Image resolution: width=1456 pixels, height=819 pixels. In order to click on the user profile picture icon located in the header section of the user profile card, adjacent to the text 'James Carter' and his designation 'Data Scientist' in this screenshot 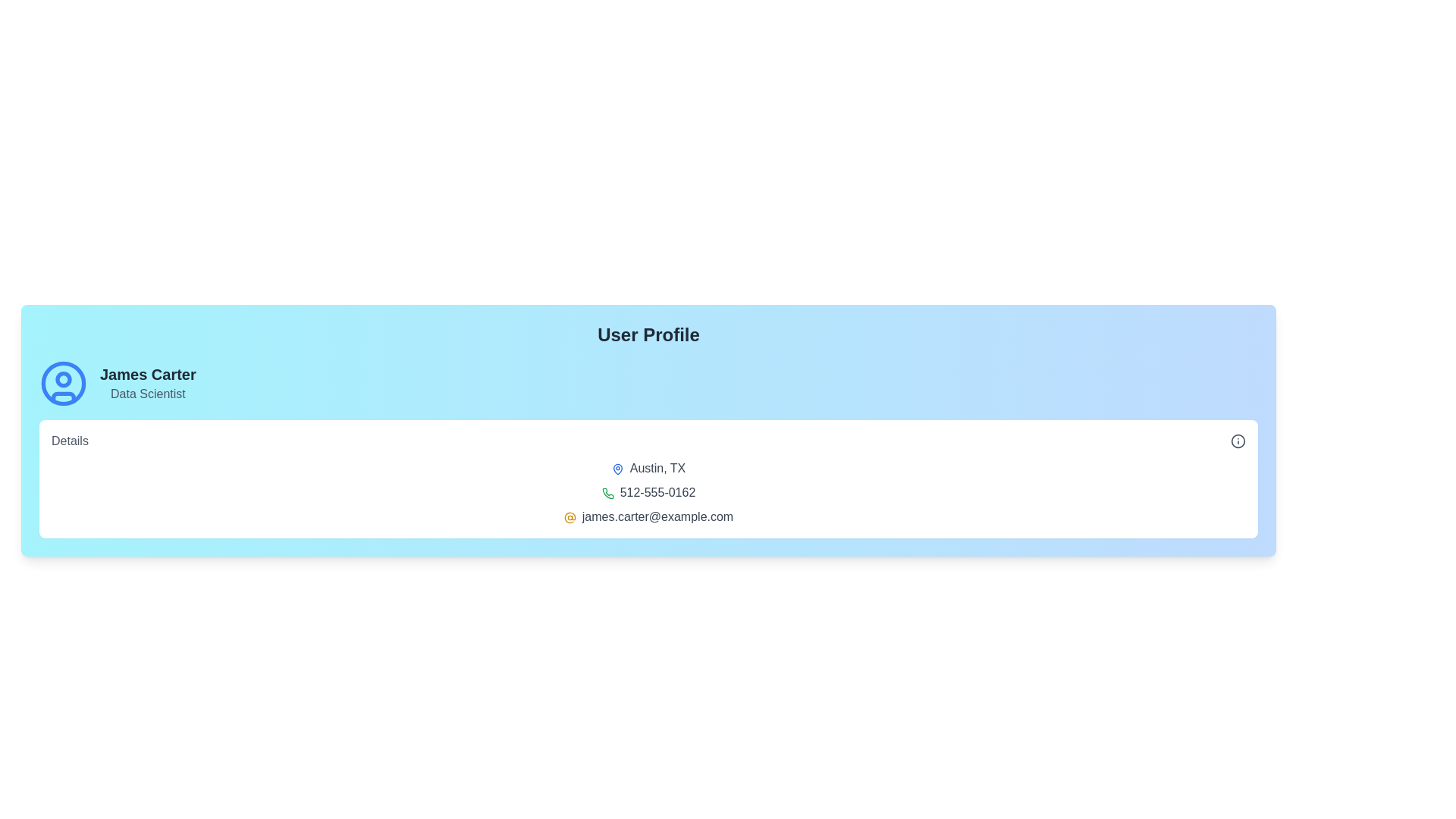, I will do `click(62, 382)`.